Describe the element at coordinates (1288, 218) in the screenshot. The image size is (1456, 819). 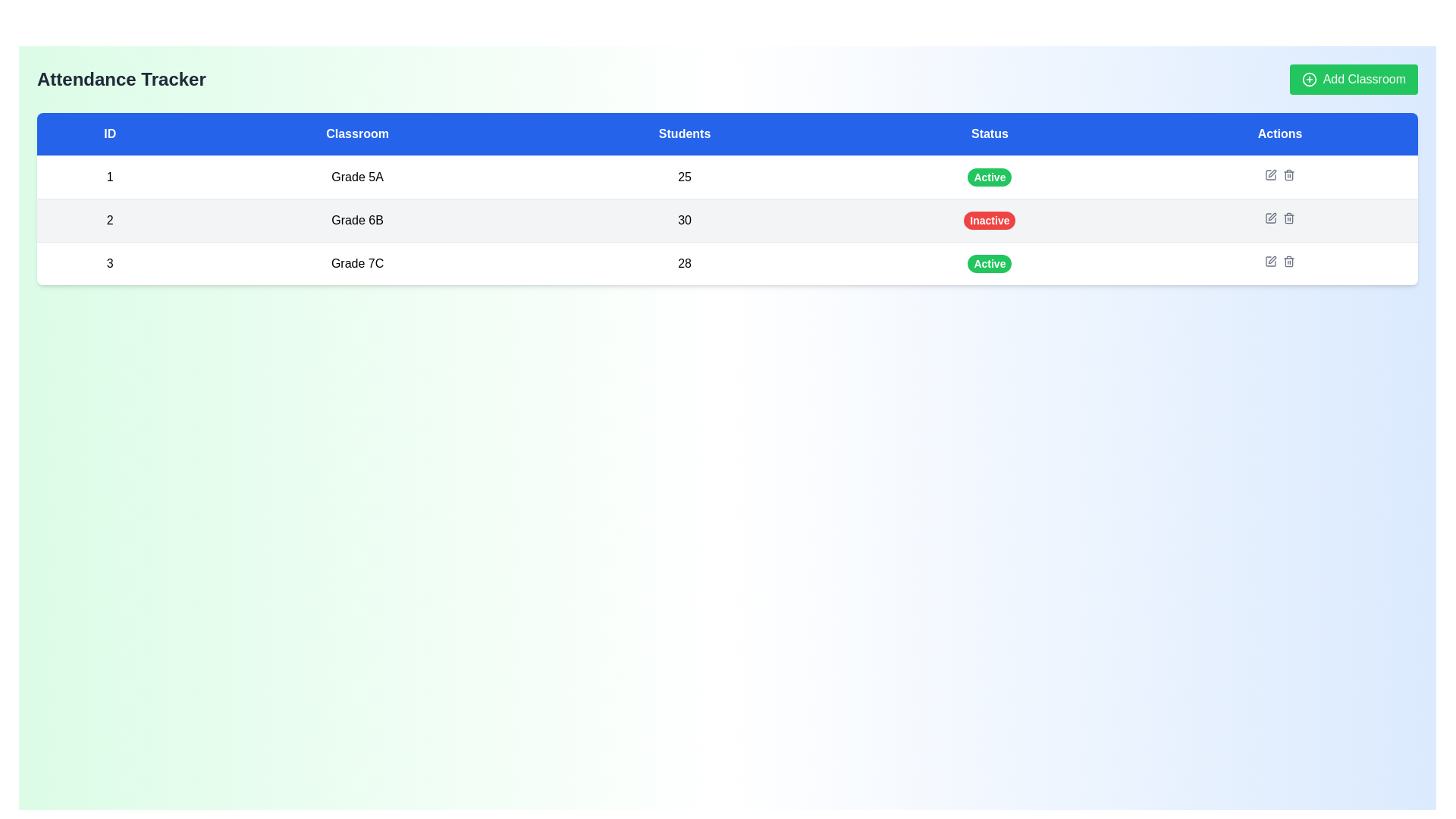
I see `the trash can icon button located under the 'Actions' column in the second data row for 'Grade 6B'` at that location.